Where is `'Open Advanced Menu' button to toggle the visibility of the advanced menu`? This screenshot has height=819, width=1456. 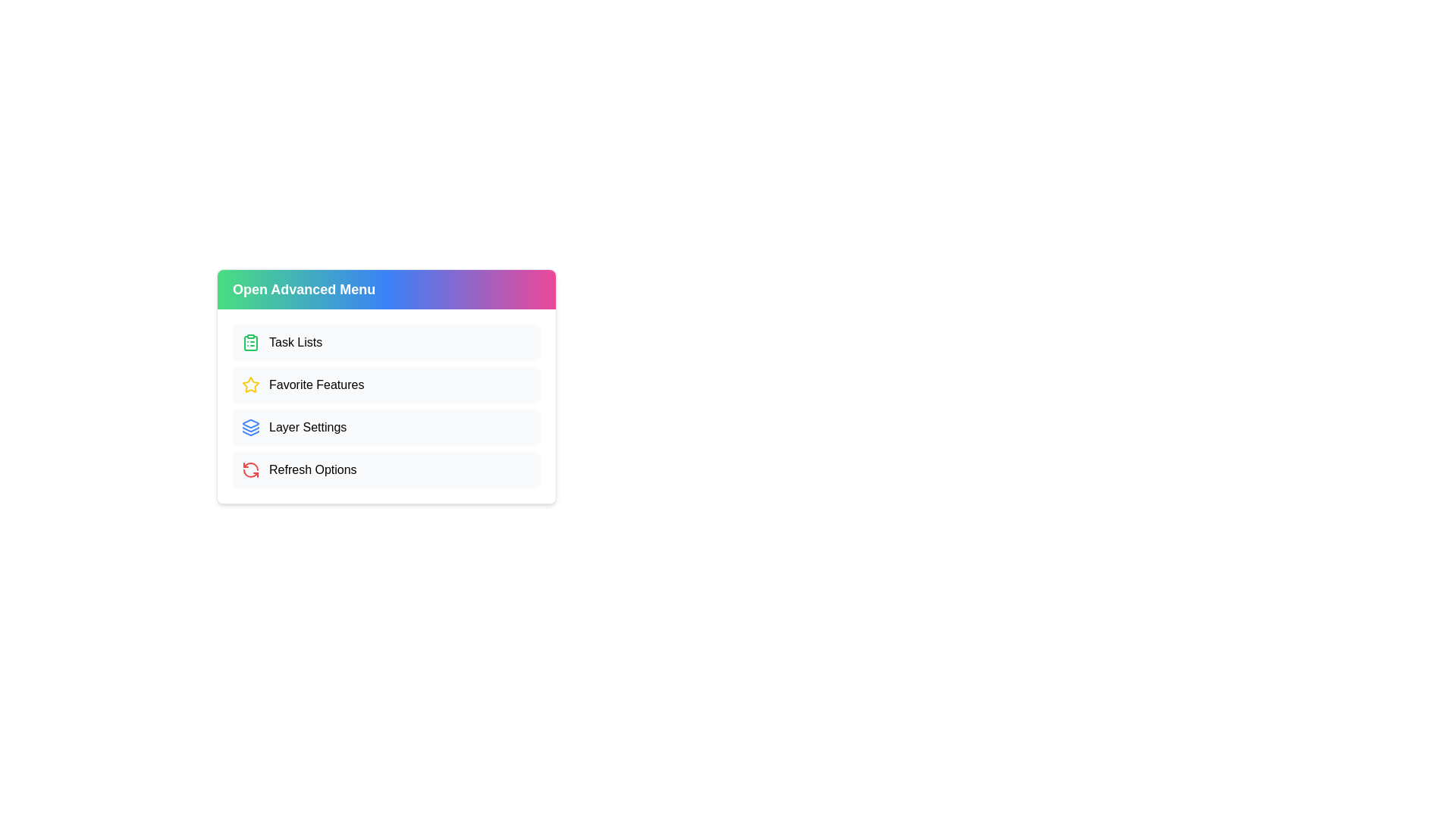
'Open Advanced Menu' button to toggle the visibility of the advanced menu is located at coordinates (386, 289).